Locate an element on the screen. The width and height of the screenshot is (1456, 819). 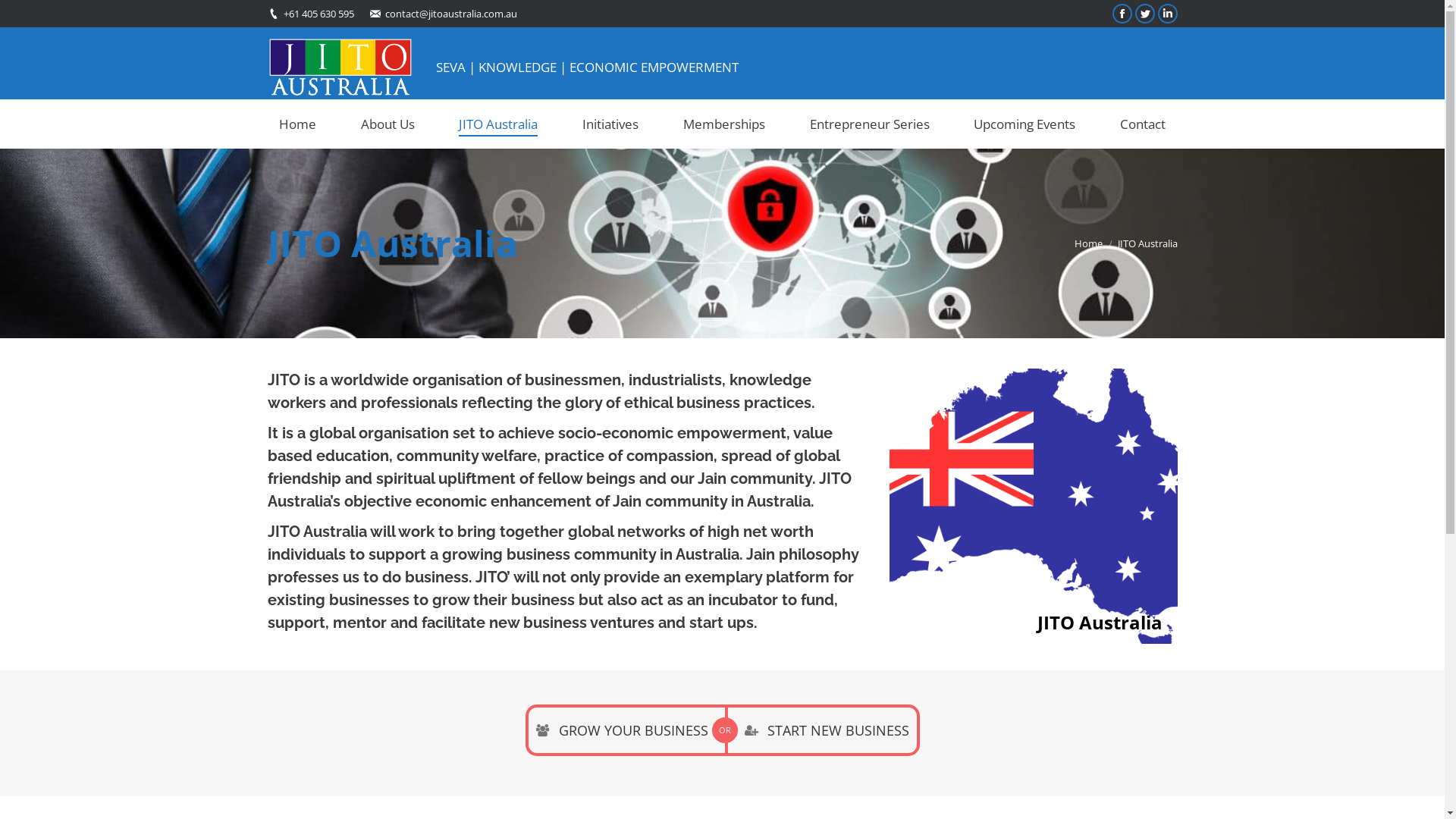
'Entrepreneur Series' is located at coordinates (869, 123).